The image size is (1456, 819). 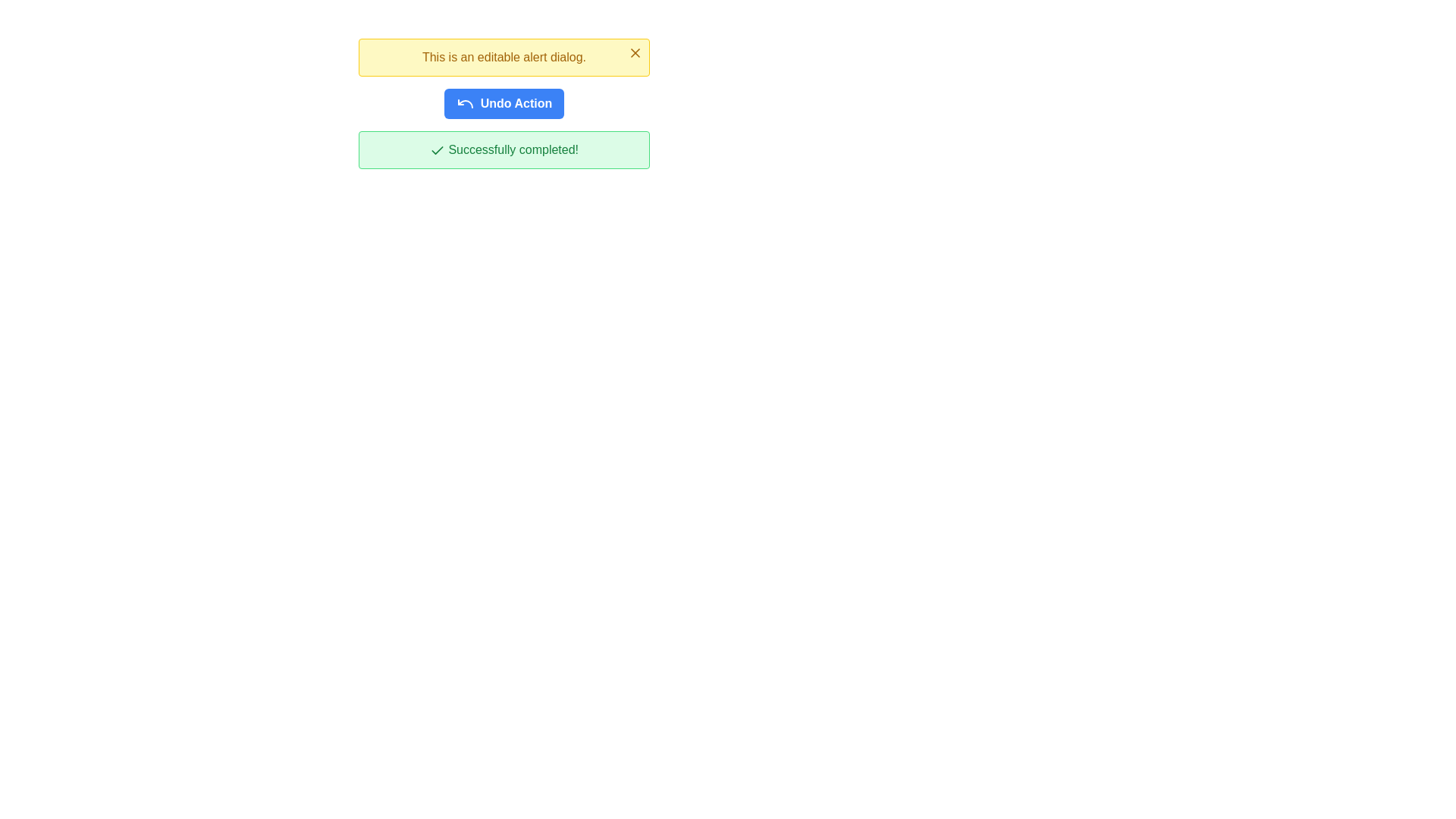 I want to click on the small, circular arrow icon located to the left side of the 'Undo Action' blue button, which has a thin, sharp outline and modern minimalist design, so click(x=464, y=103).